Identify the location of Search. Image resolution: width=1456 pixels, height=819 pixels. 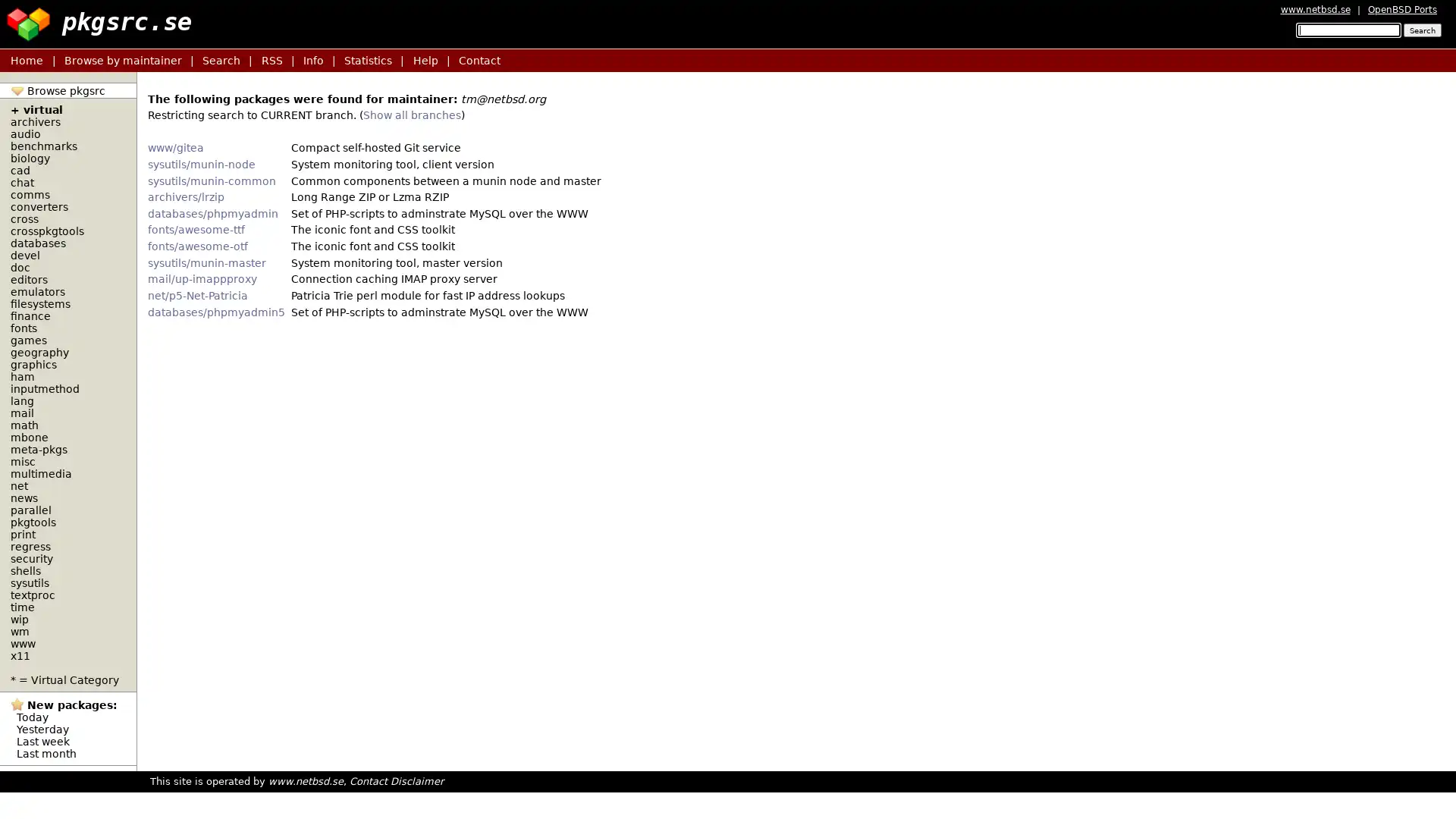
(1421, 30).